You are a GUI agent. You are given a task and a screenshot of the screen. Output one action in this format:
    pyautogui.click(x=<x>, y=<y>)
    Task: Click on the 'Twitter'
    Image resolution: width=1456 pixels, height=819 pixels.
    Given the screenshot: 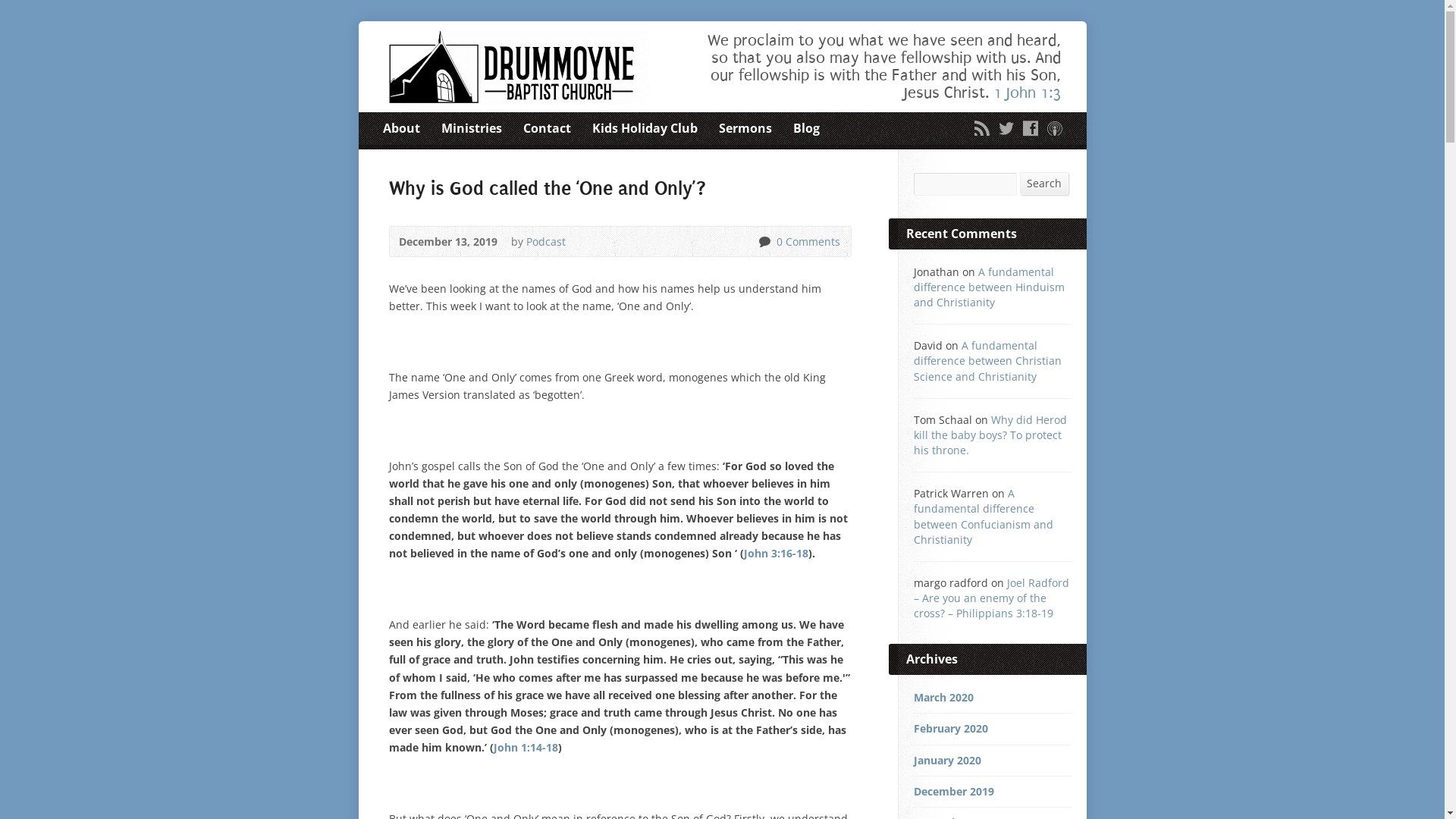 What is the action you would take?
    pyautogui.click(x=1005, y=127)
    